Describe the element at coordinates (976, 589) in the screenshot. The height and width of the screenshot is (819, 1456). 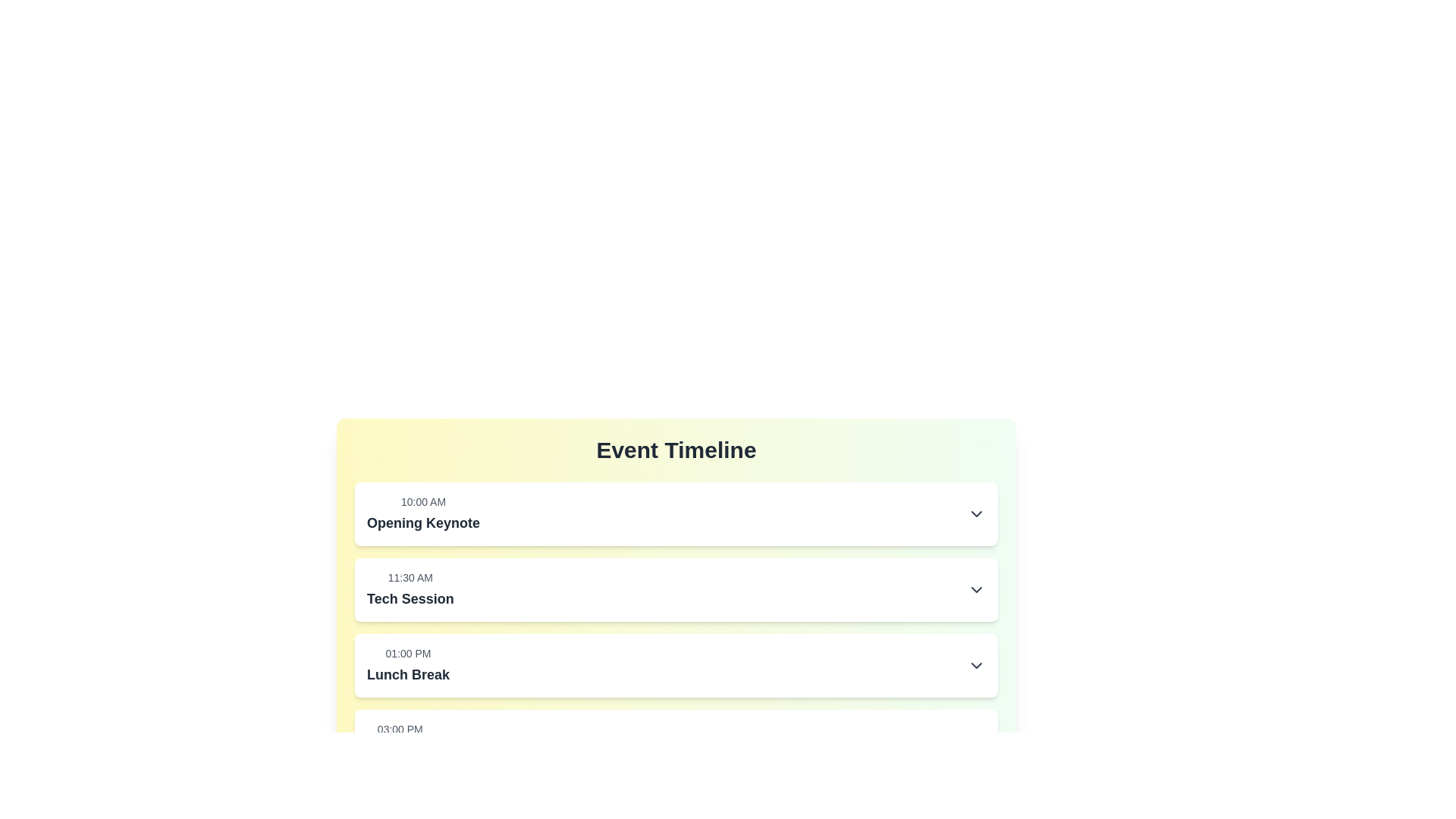
I see `the chevron icon button styled as a downward-pointing arrow located to the far right of the 'Tech Session' event in the Event Timeline` at that location.